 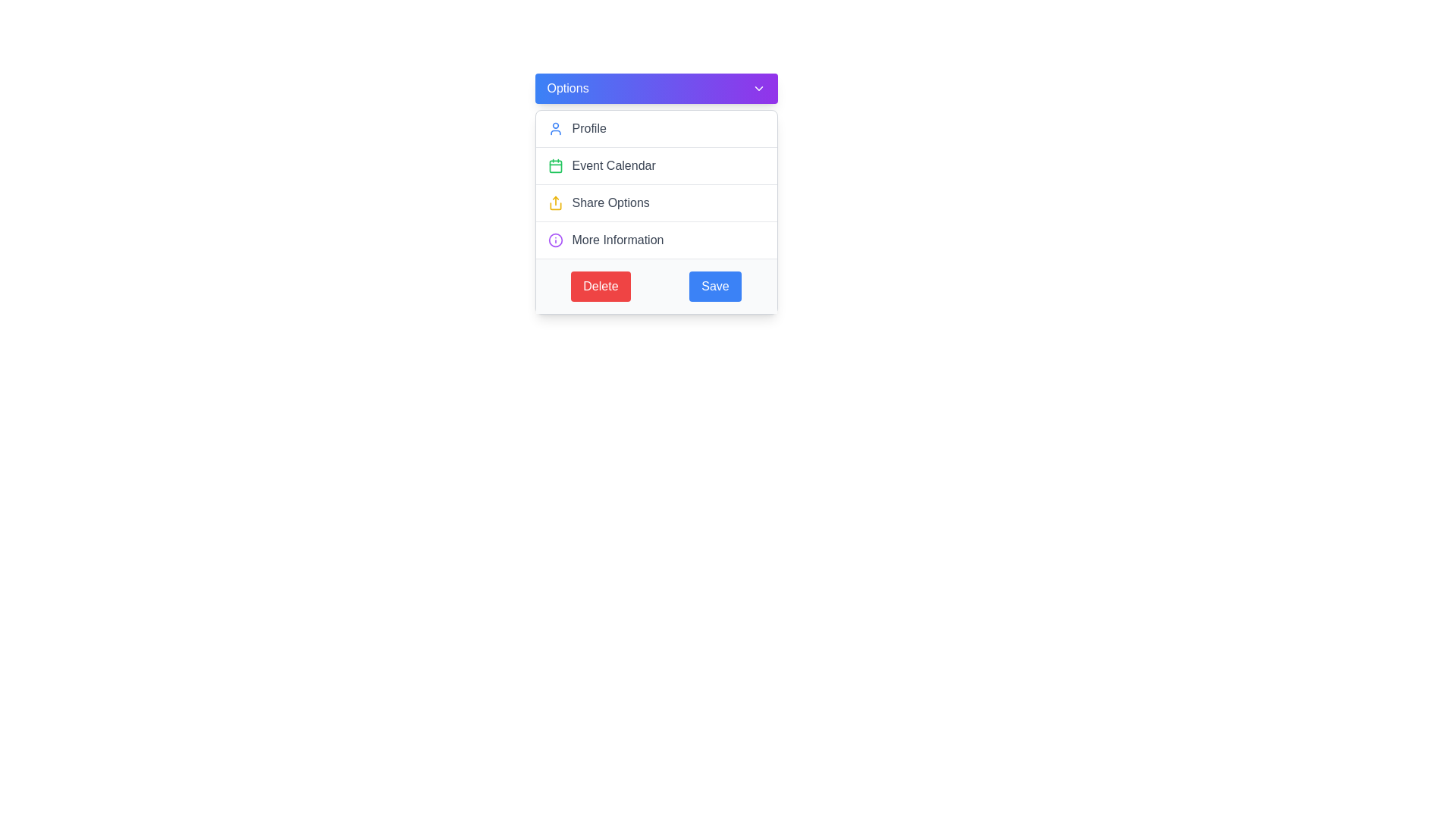 What do you see at coordinates (656, 88) in the screenshot?
I see `the 'Options' dropdown trigger button located at the top section of the interface` at bounding box center [656, 88].